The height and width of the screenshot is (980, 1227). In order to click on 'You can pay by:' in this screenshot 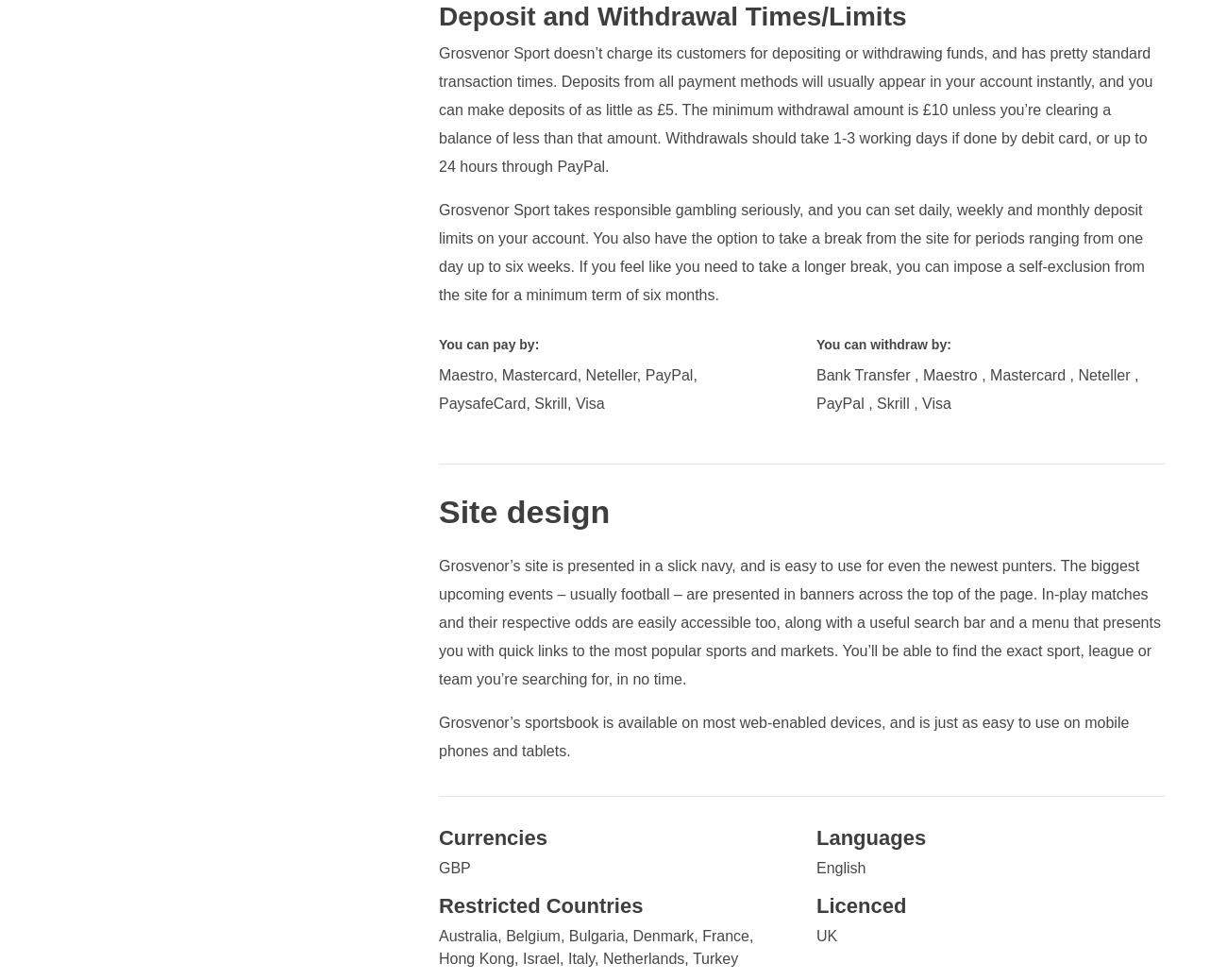, I will do `click(488, 344)`.